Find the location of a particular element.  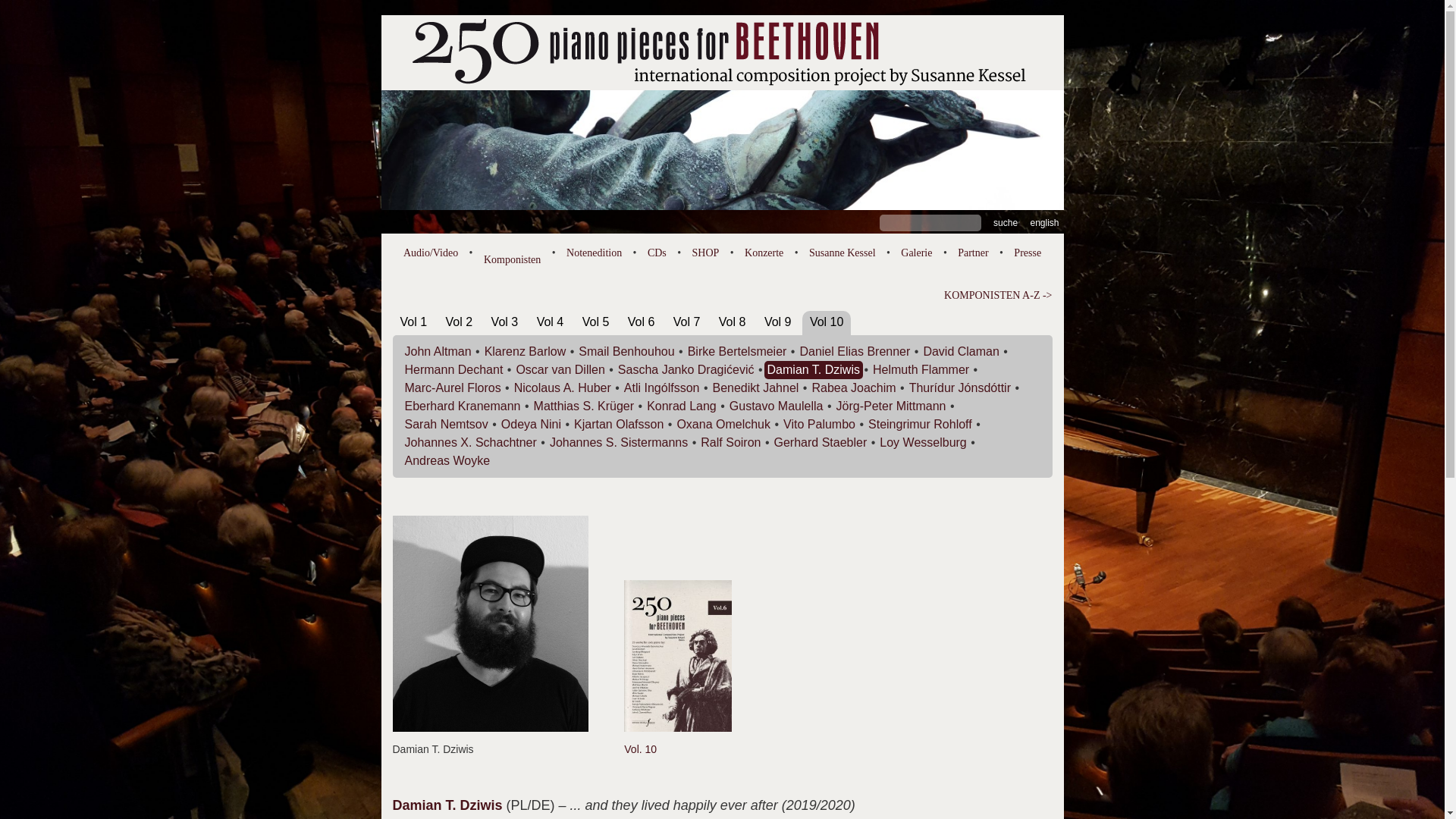

'Vol. 10' is located at coordinates (623, 740).